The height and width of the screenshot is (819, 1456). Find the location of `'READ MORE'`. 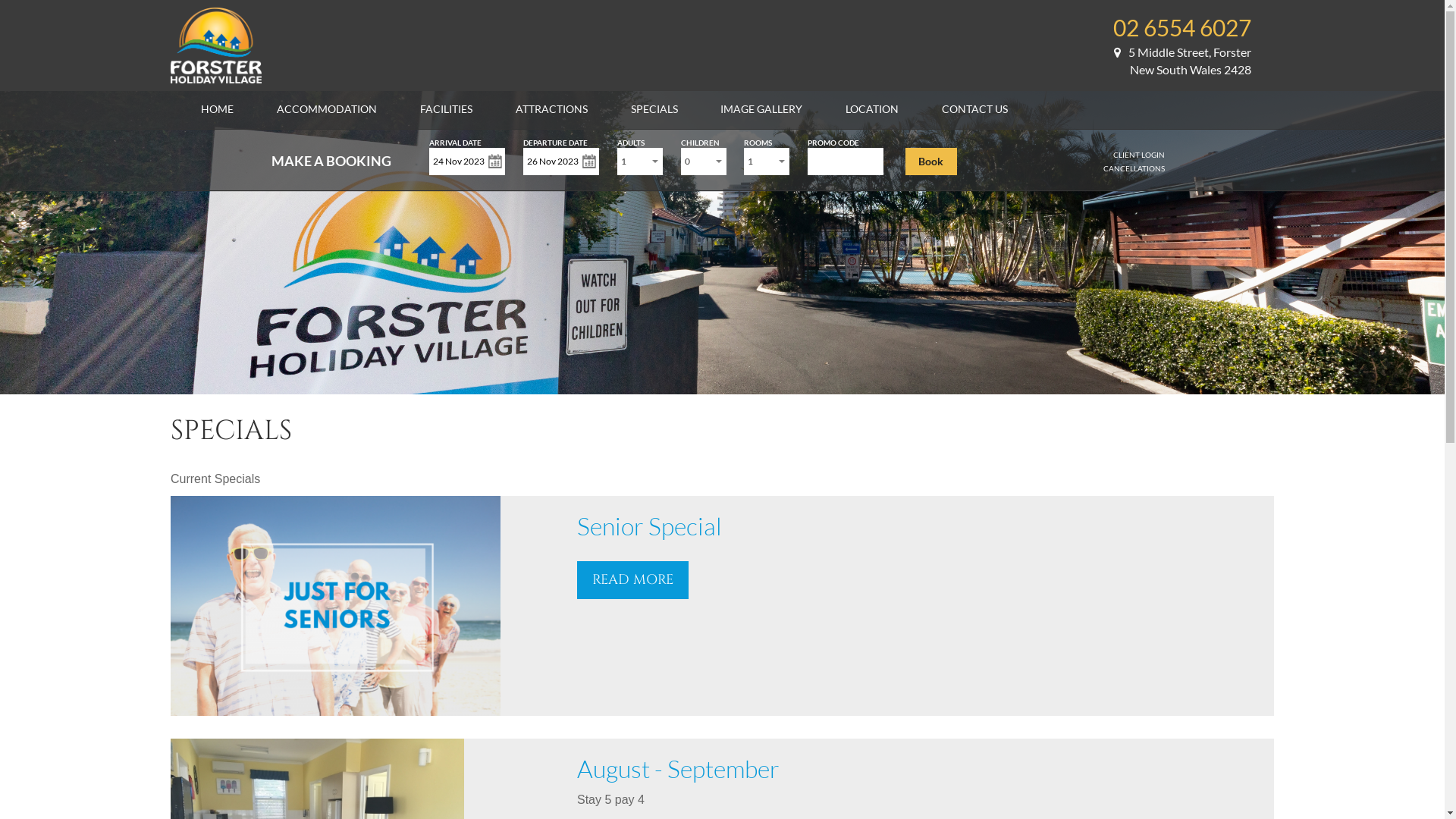

'READ MORE' is located at coordinates (632, 579).